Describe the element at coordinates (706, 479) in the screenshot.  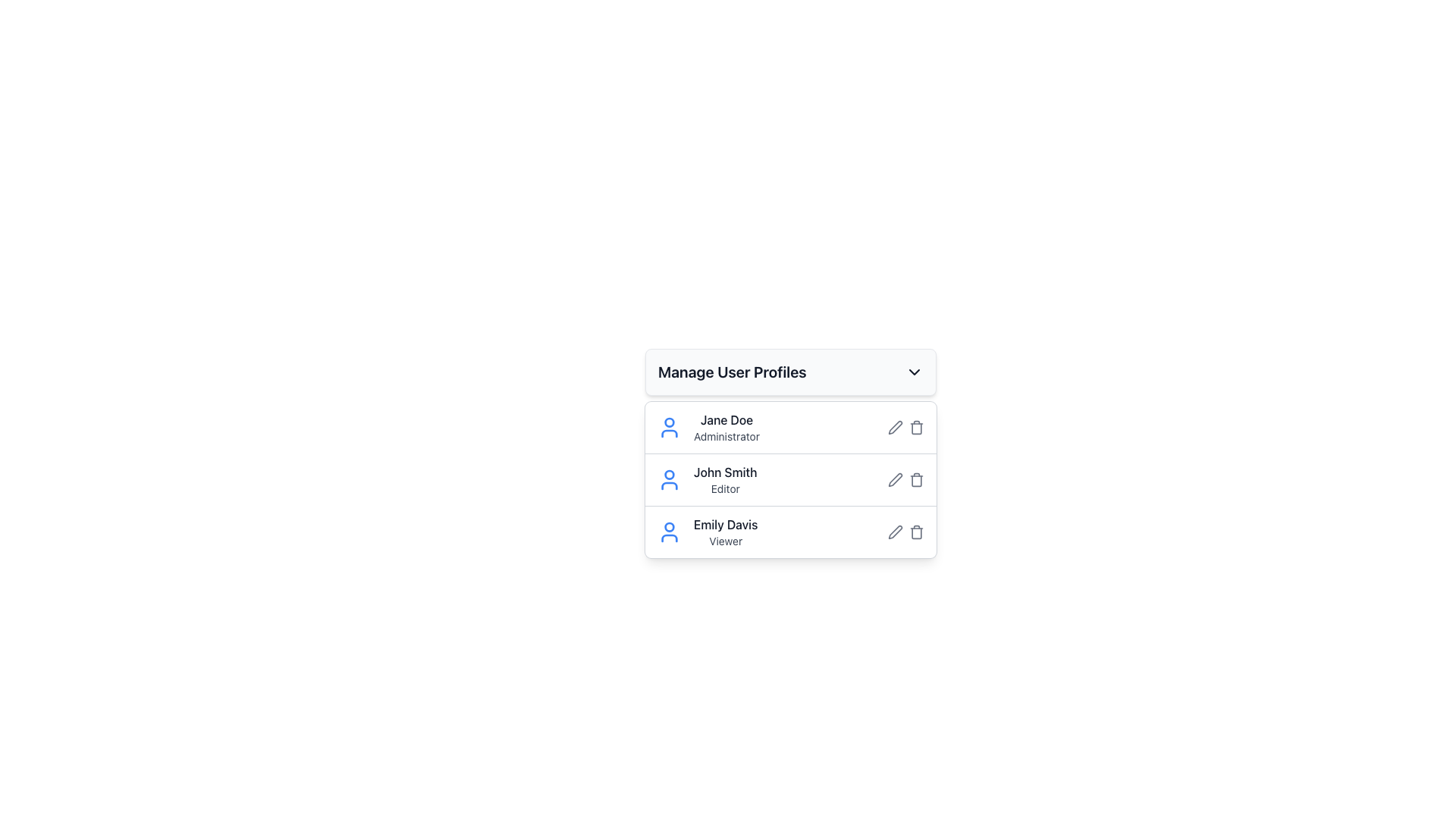
I see `the Profile Information Row displaying 'John Smith' as the user with the role 'Editor'` at that location.